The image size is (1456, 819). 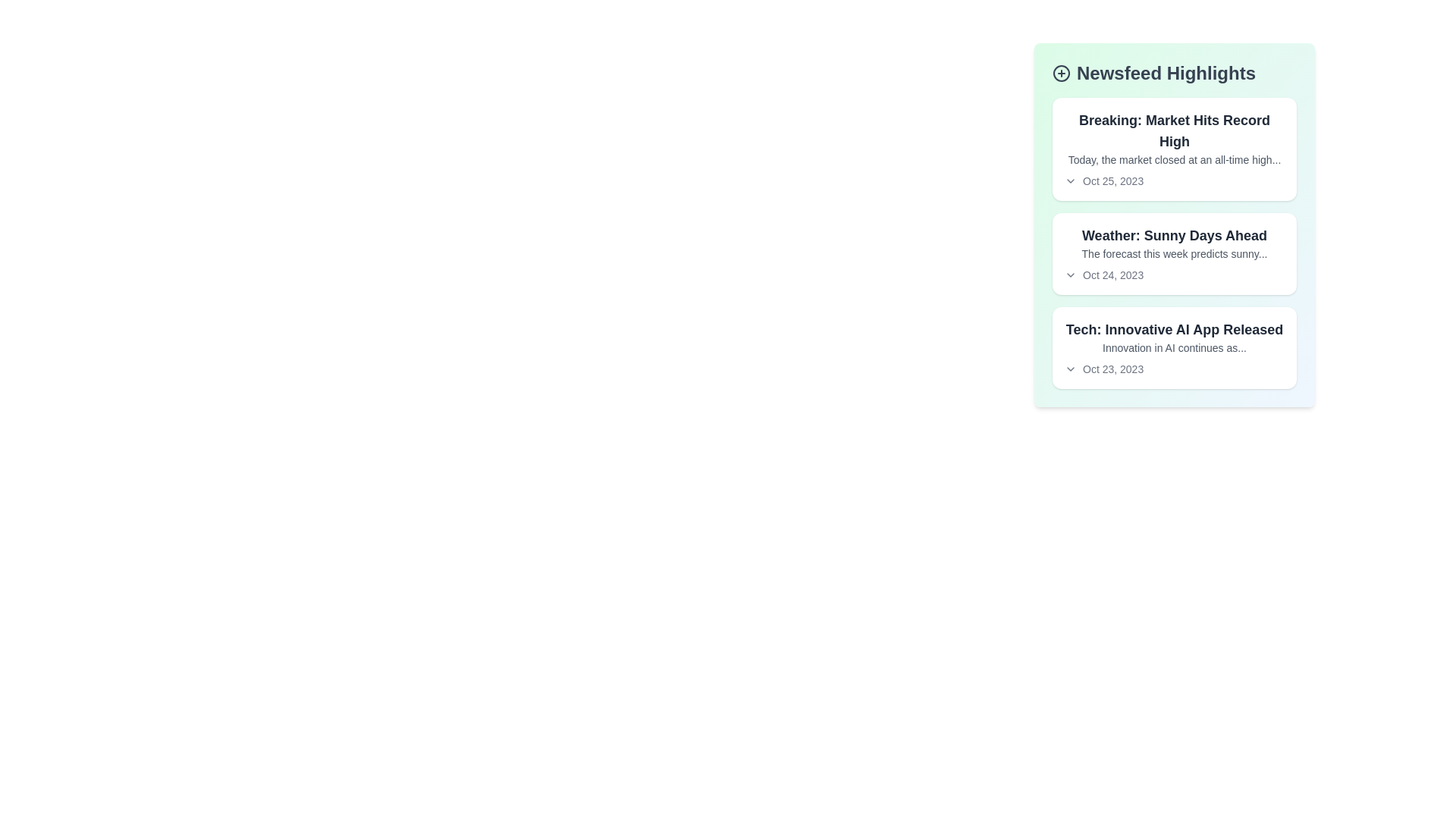 I want to click on the arrow icon to toggle the details of the article titled 'Breaking: Market Hits Record High', so click(x=1069, y=180).